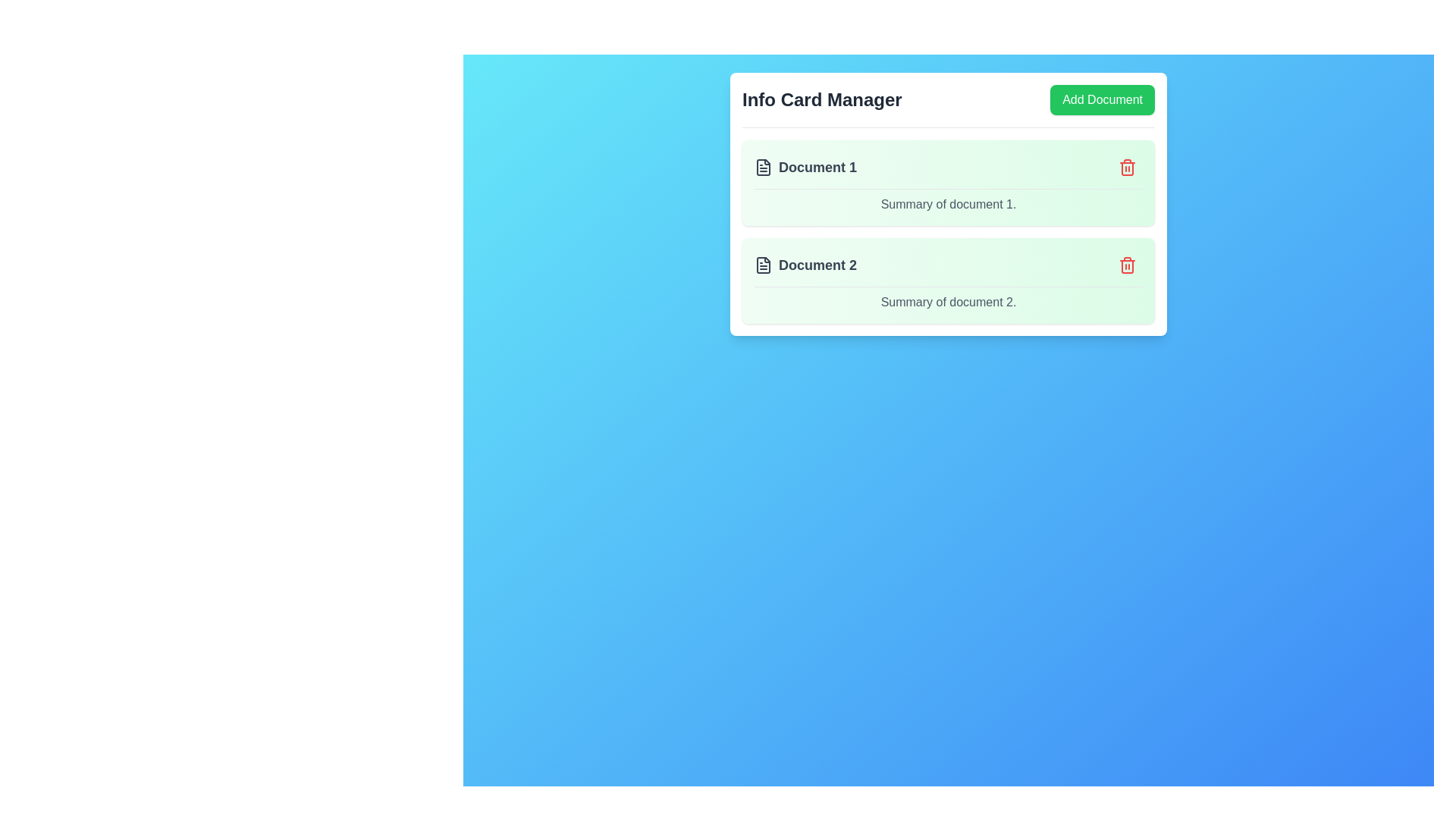 The image size is (1456, 819). What do you see at coordinates (764, 167) in the screenshot?
I see `the document icon, which is a minimalistic vectorized representation of a document with a folded corner, located near the 'Document 1' text in the top section of a card format` at bounding box center [764, 167].